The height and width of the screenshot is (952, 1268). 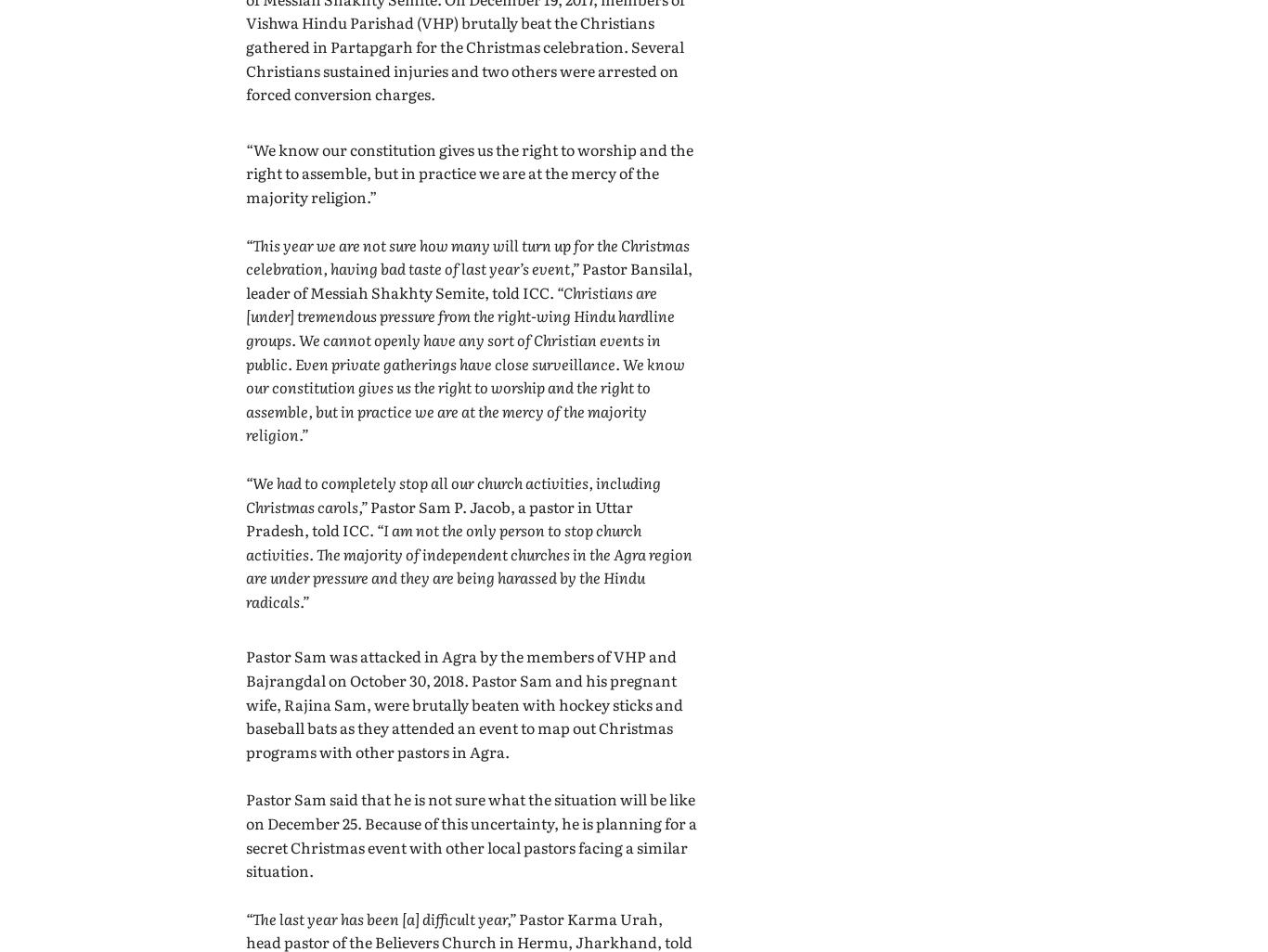 I want to click on '“We know our constitution gives us the right to worship and the right to assemble, but in practice we are at the mercy of the majority religion.”', so click(x=246, y=171).